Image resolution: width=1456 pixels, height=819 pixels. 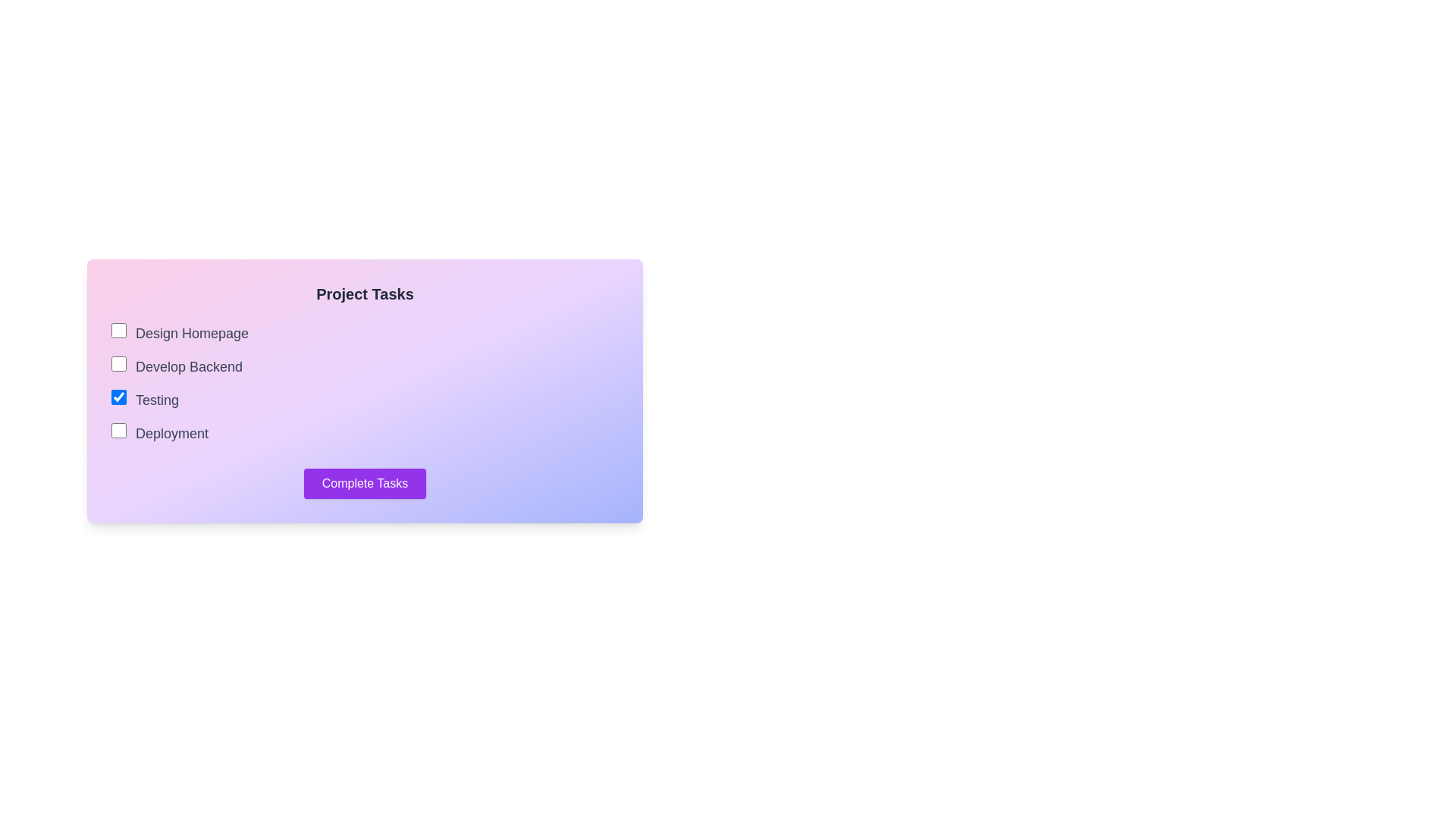 What do you see at coordinates (365, 483) in the screenshot?
I see `the 'Complete Tasks' button to submit the checklist` at bounding box center [365, 483].